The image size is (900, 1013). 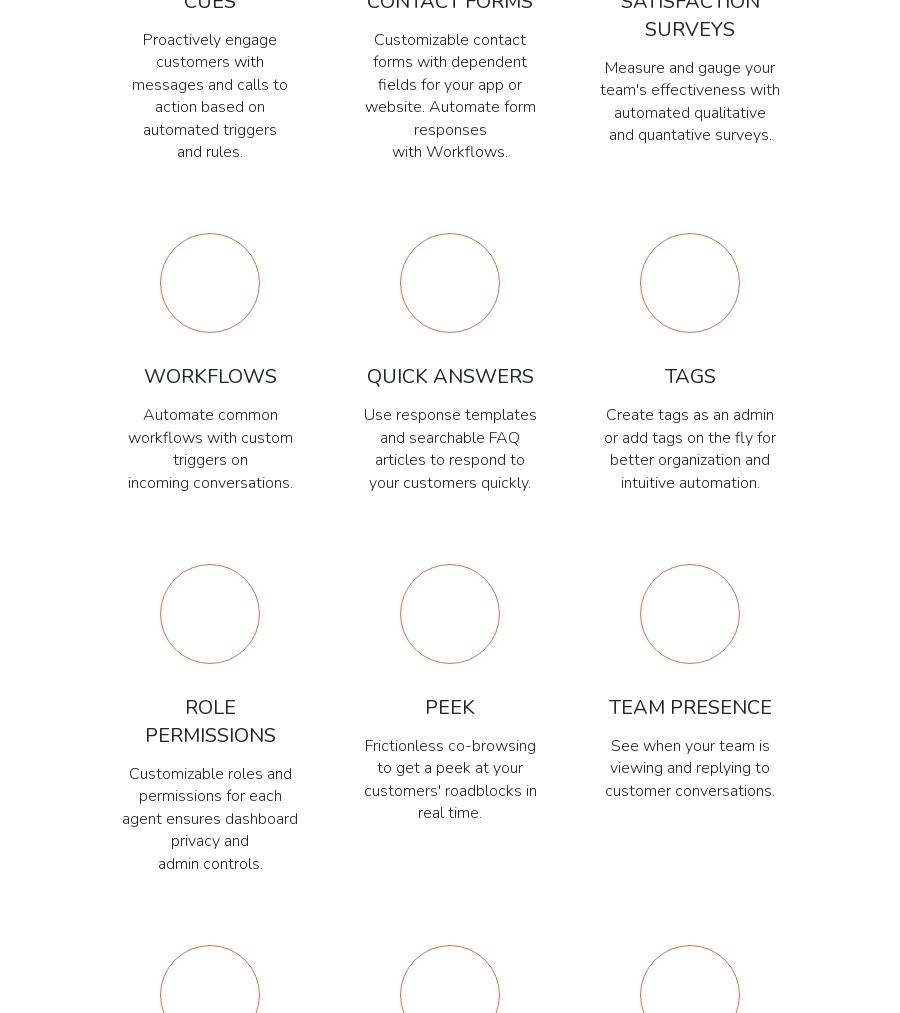 I want to click on 'Frictionless co-browsing to get a peek at your customers' roadblocks in real time.', so click(x=449, y=779).